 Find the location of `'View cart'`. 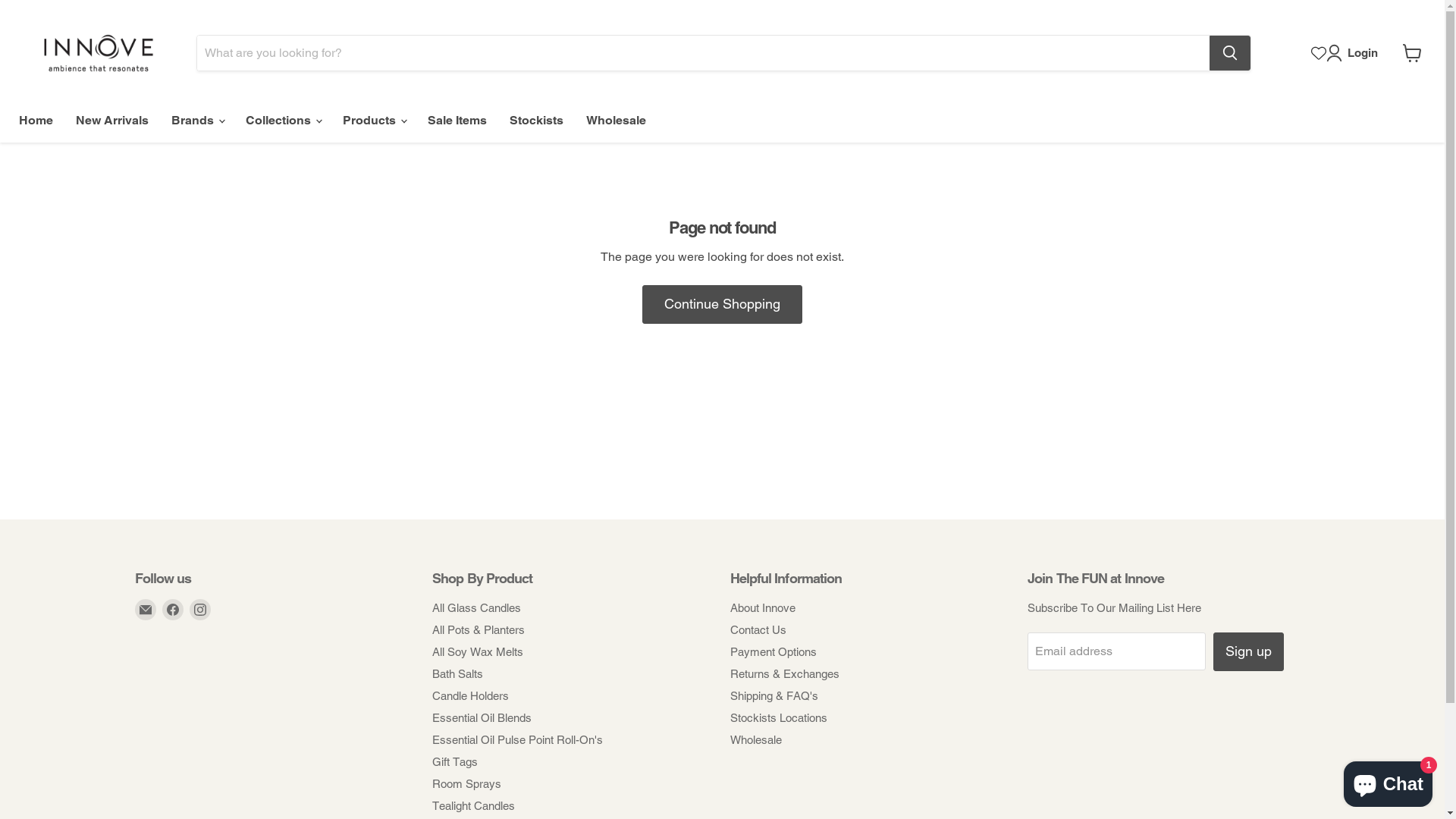

'View cart' is located at coordinates (1395, 52).